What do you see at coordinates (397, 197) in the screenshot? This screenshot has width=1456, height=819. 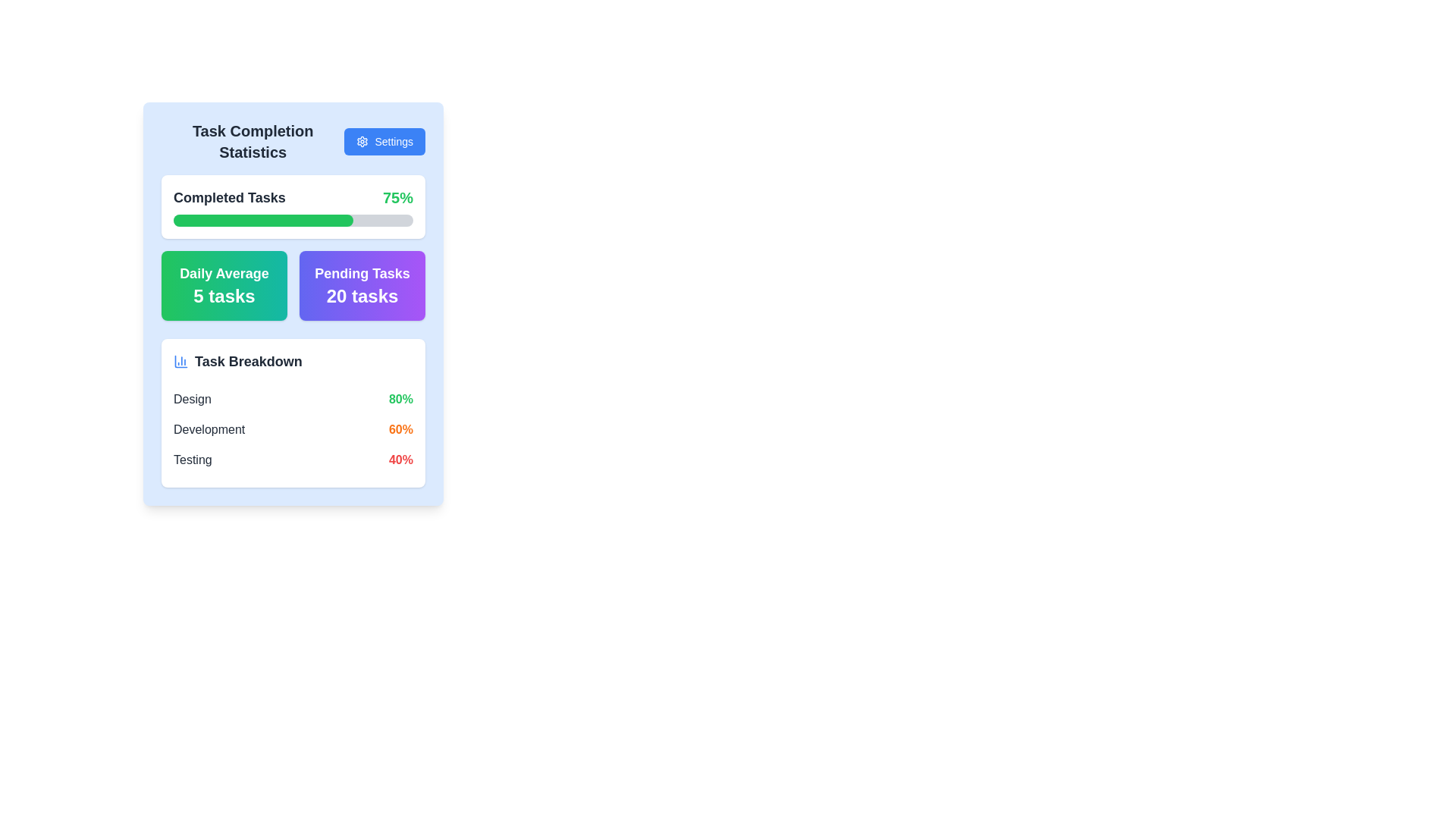 I see `the text display that represents the completion percentage of the task group, located in the top-right corner of the 'Completed Tasks' section, following the text 'Completed Tasks.'` at bounding box center [397, 197].